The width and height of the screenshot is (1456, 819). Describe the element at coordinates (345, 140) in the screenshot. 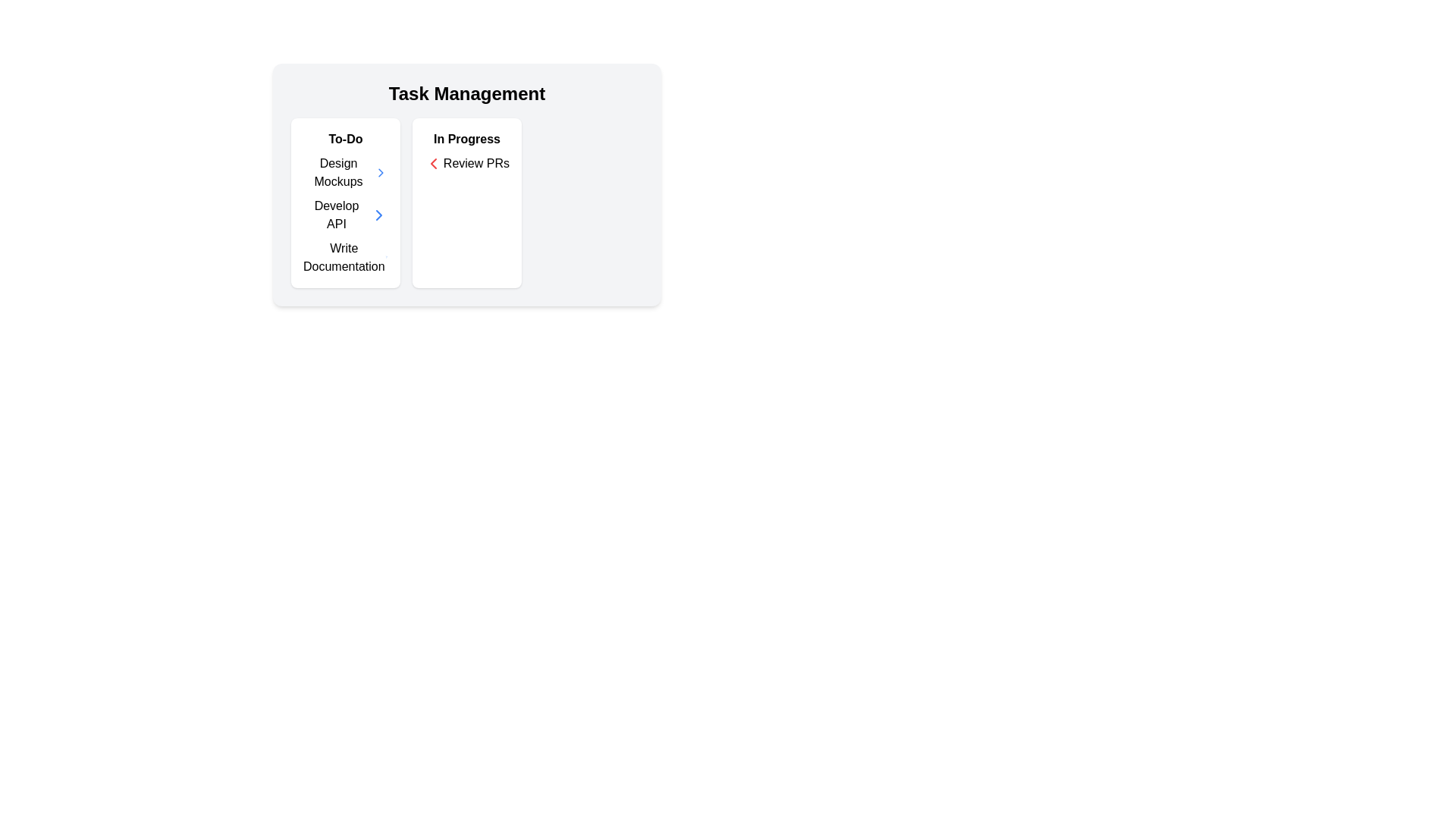

I see `the 'To-Do' text label, which is a bold header indicating the section for the to-do list` at that location.